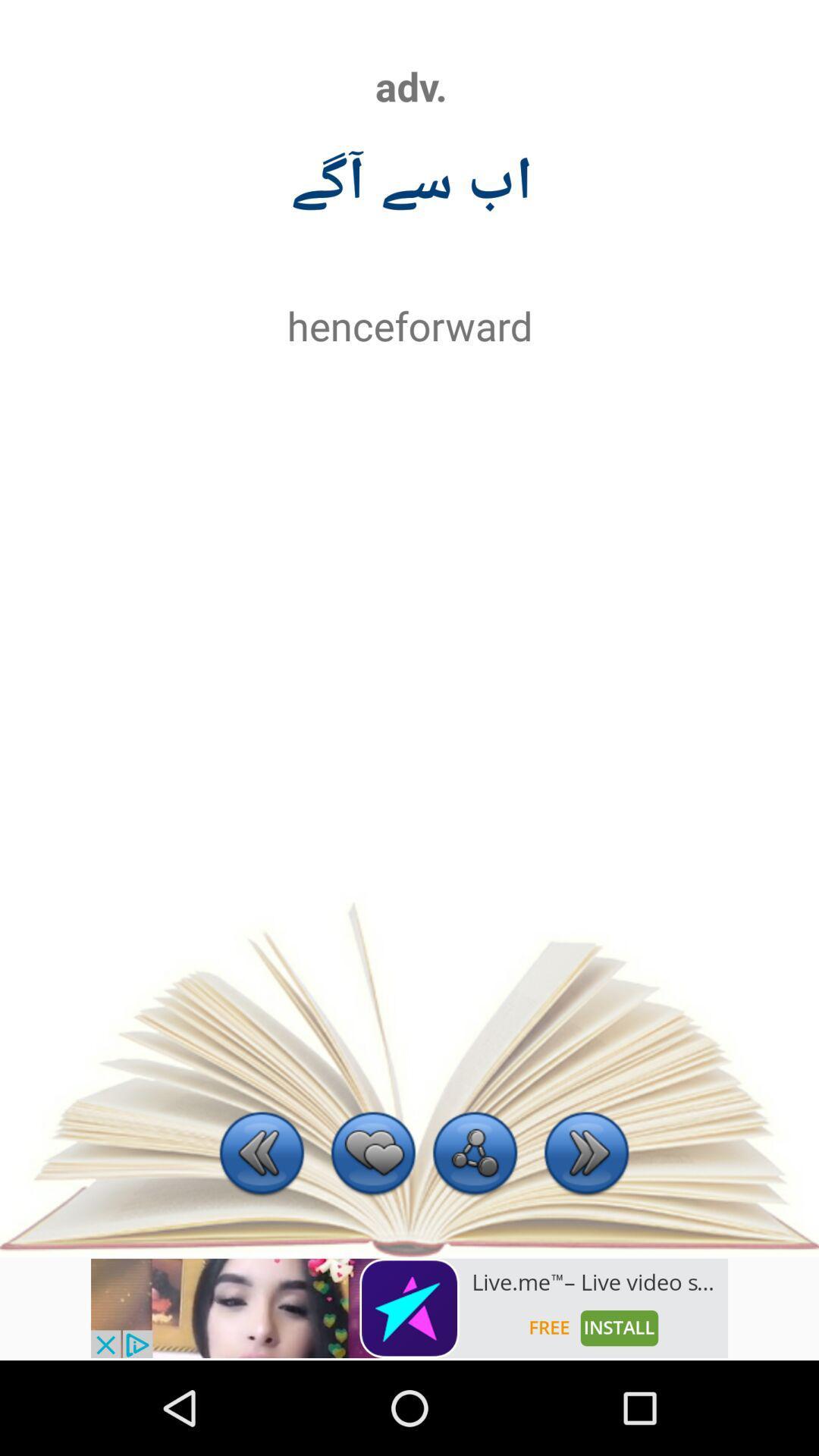  I want to click on go forward, so click(585, 1154).